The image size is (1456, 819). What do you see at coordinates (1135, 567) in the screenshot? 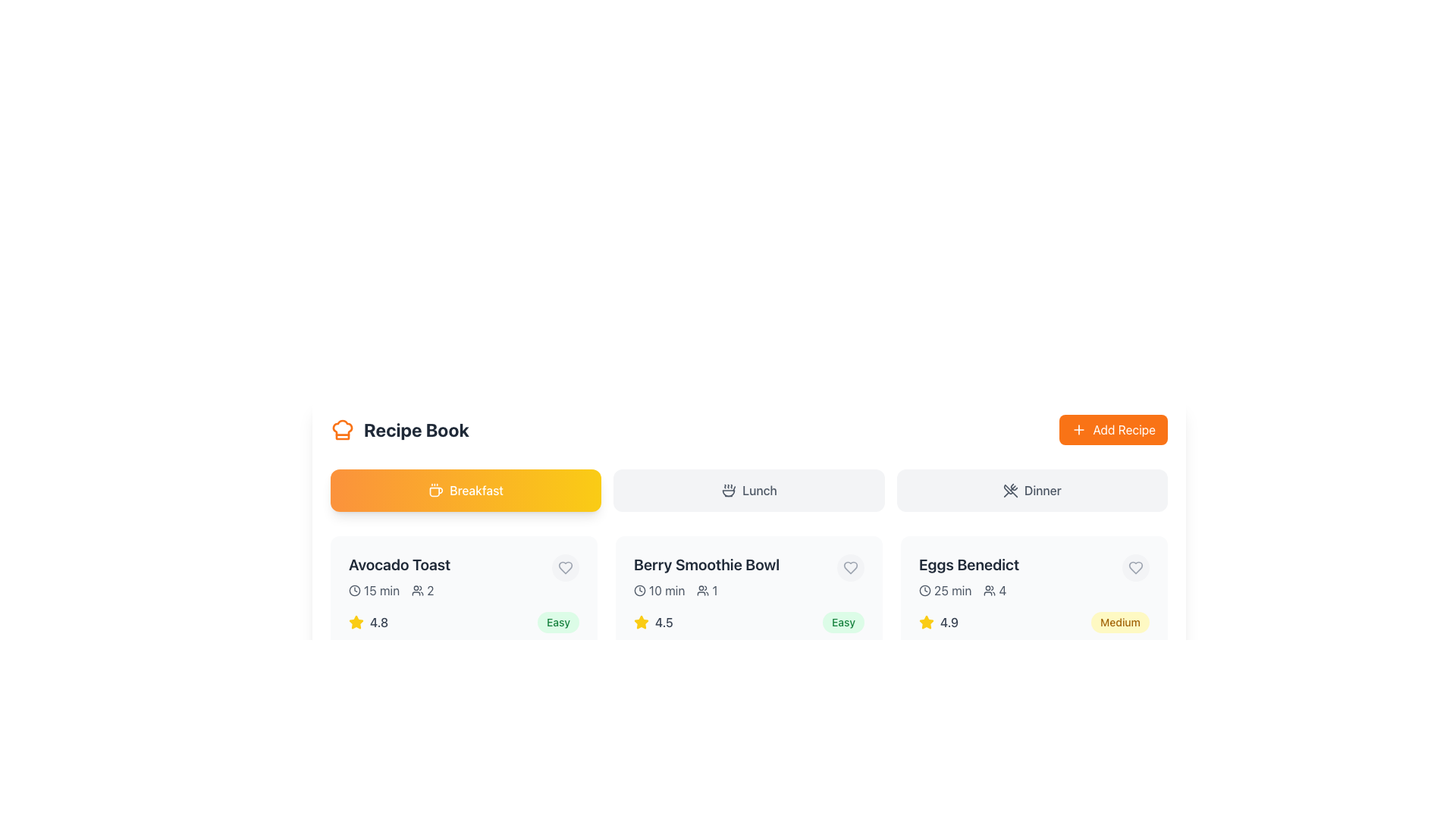
I see `the heart icon button located in the top-right corner of the 'Eggs Benedict' card` at bounding box center [1135, 567].